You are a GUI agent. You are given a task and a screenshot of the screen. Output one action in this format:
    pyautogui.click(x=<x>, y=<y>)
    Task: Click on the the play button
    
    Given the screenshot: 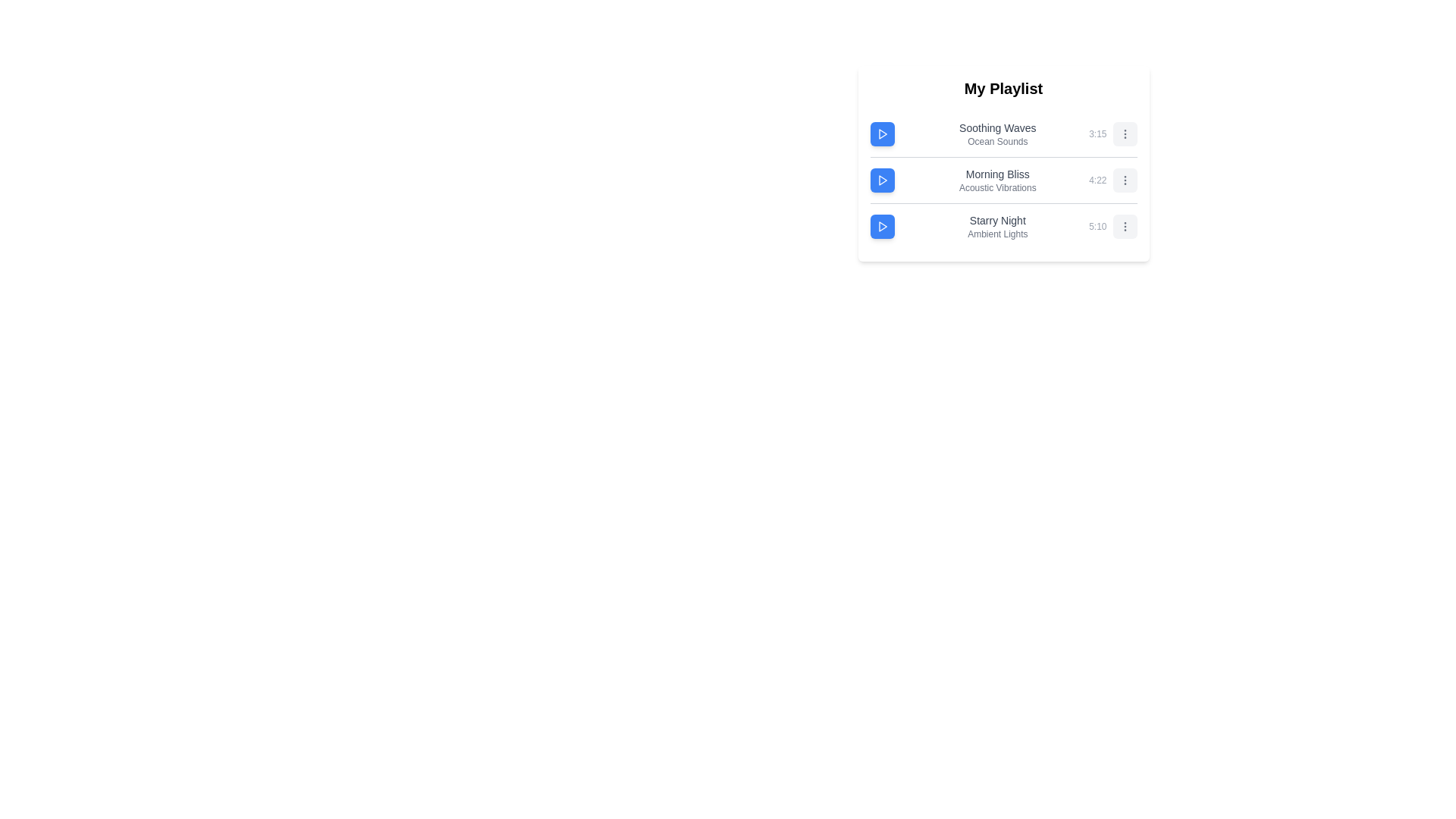 What is the action you would take?
    pyautogui.click(x=882, y=227)
    